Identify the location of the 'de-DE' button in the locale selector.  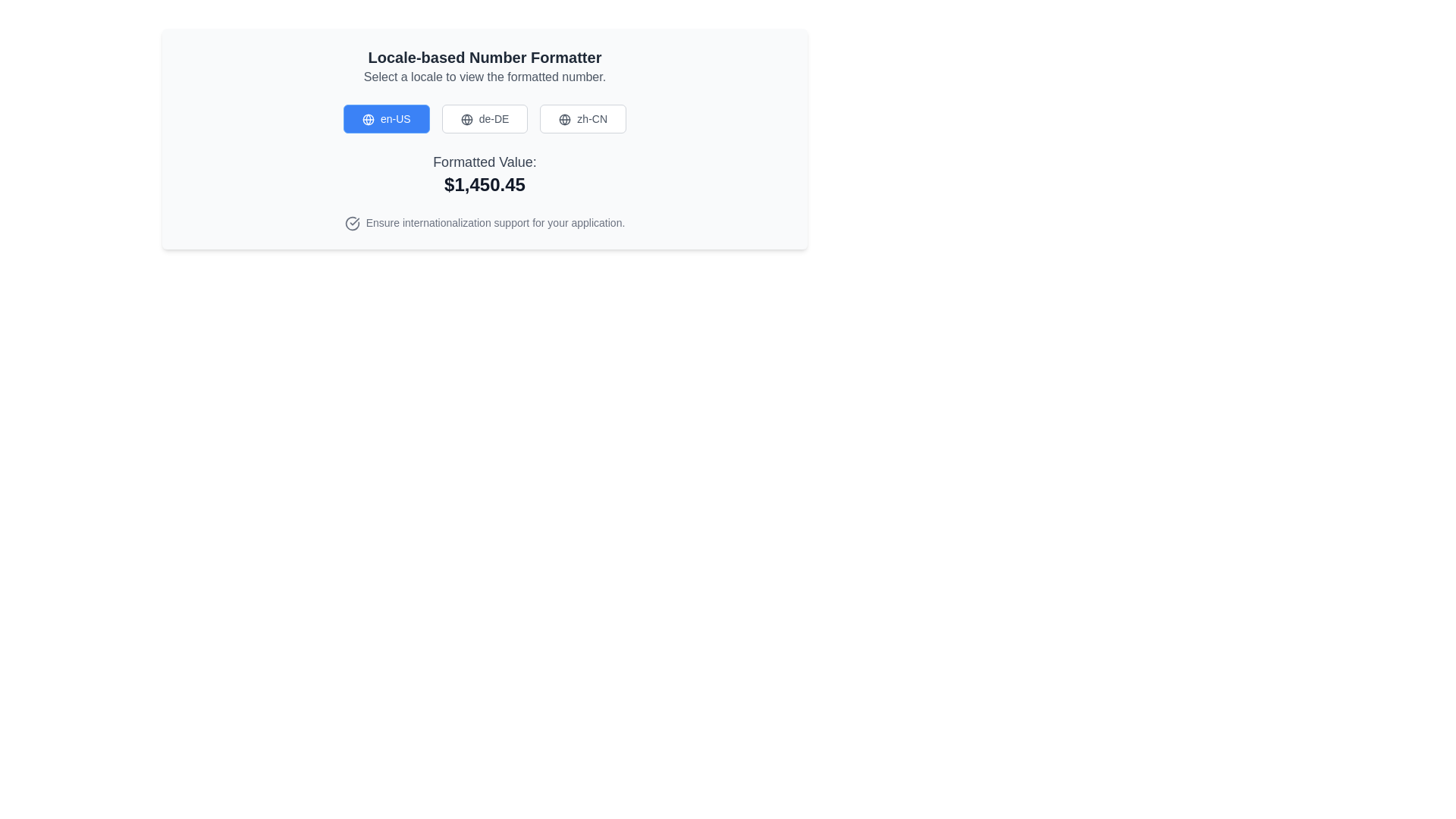
(484, 139).